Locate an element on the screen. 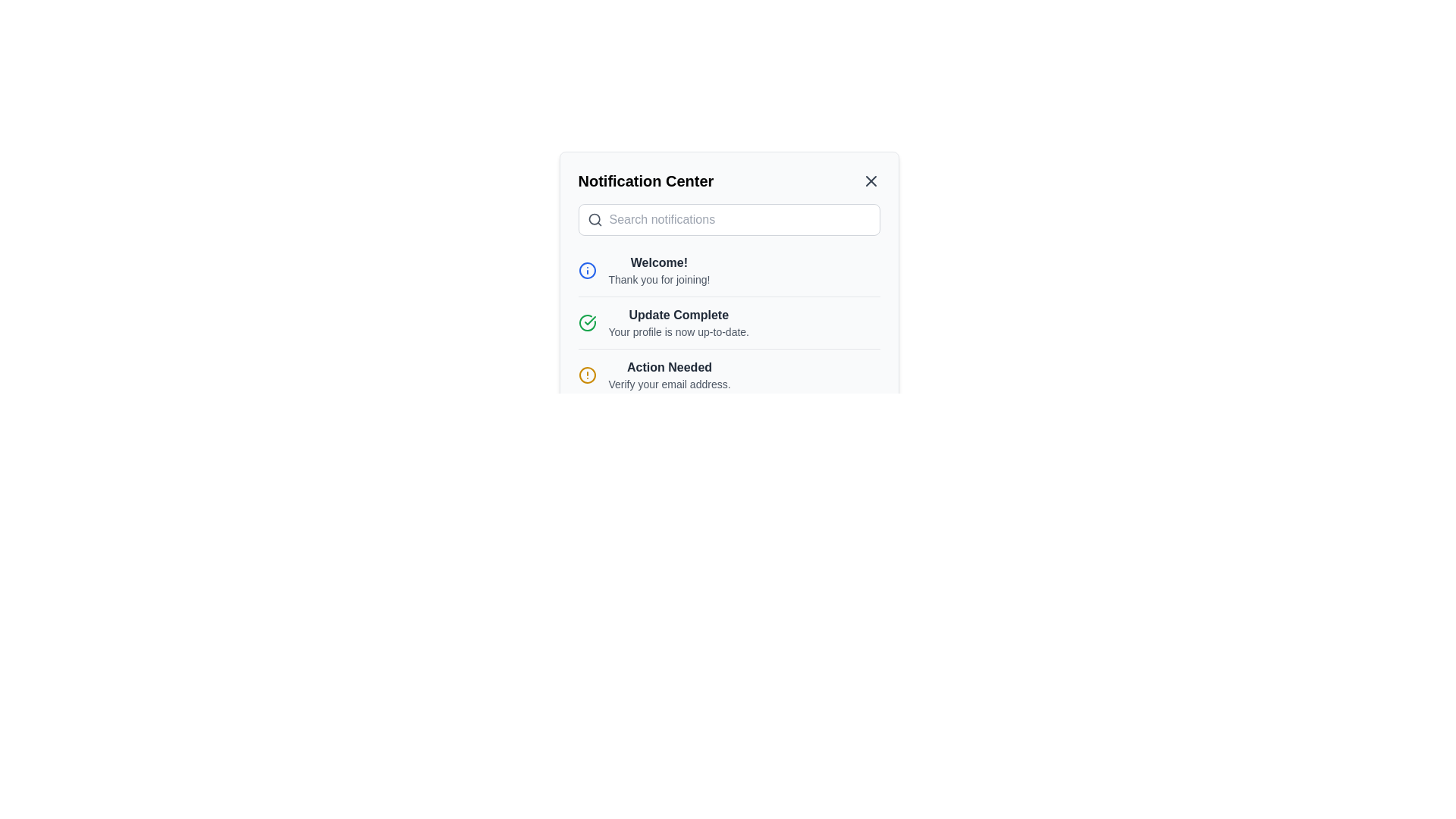 This screenshot has height=819, width=1456. the first notification in the notification center panel that displays 'Welcome!' in bold and 'Thank you for joining!' in a smaller font is located at coordinates (659, 270).